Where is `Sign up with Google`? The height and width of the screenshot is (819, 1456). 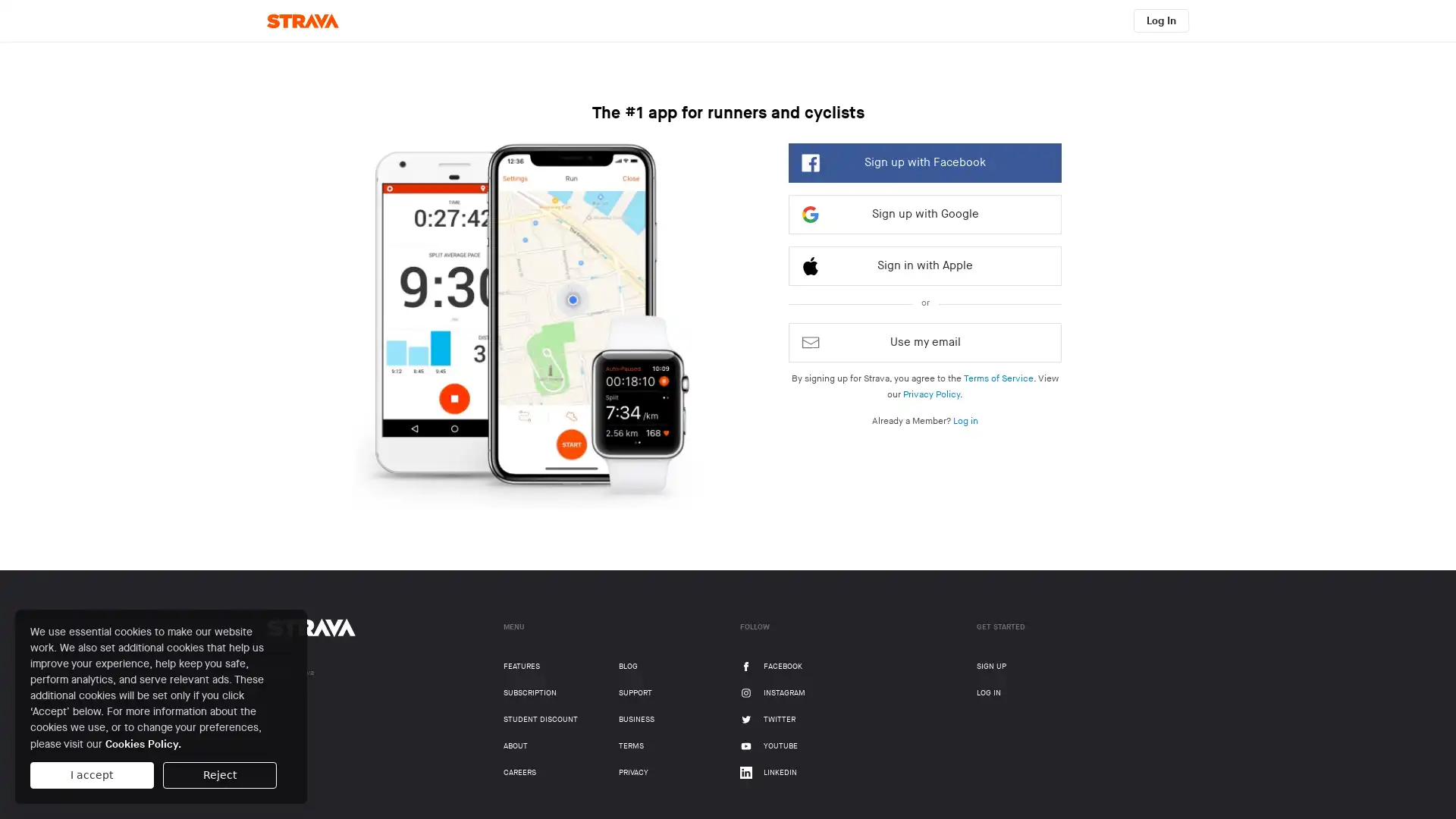
Sign up with Google is located at coordinates (924, 214).